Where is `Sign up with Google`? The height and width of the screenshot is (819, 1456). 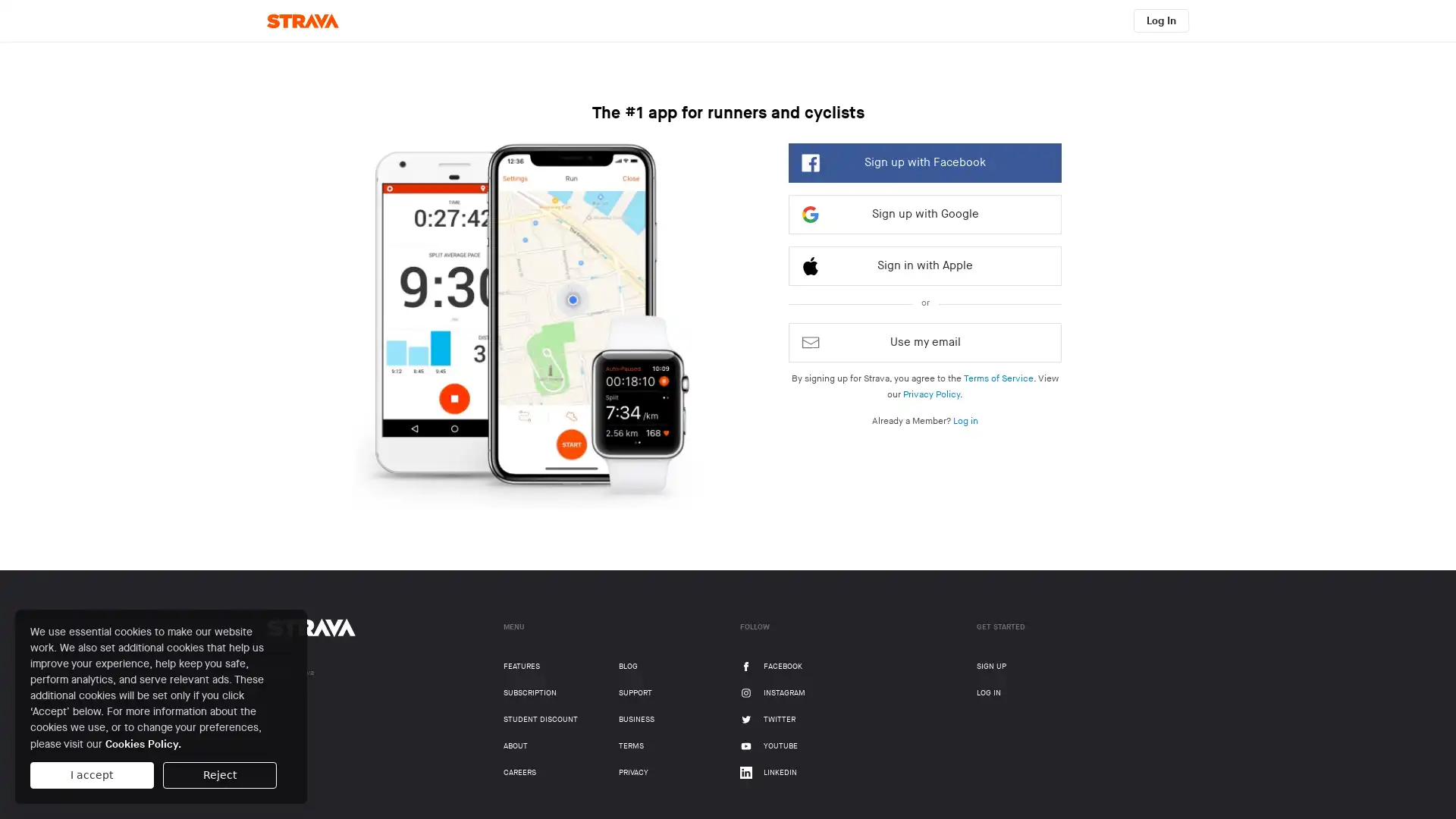
Sign up with Google is located at coordinates (924, 214).